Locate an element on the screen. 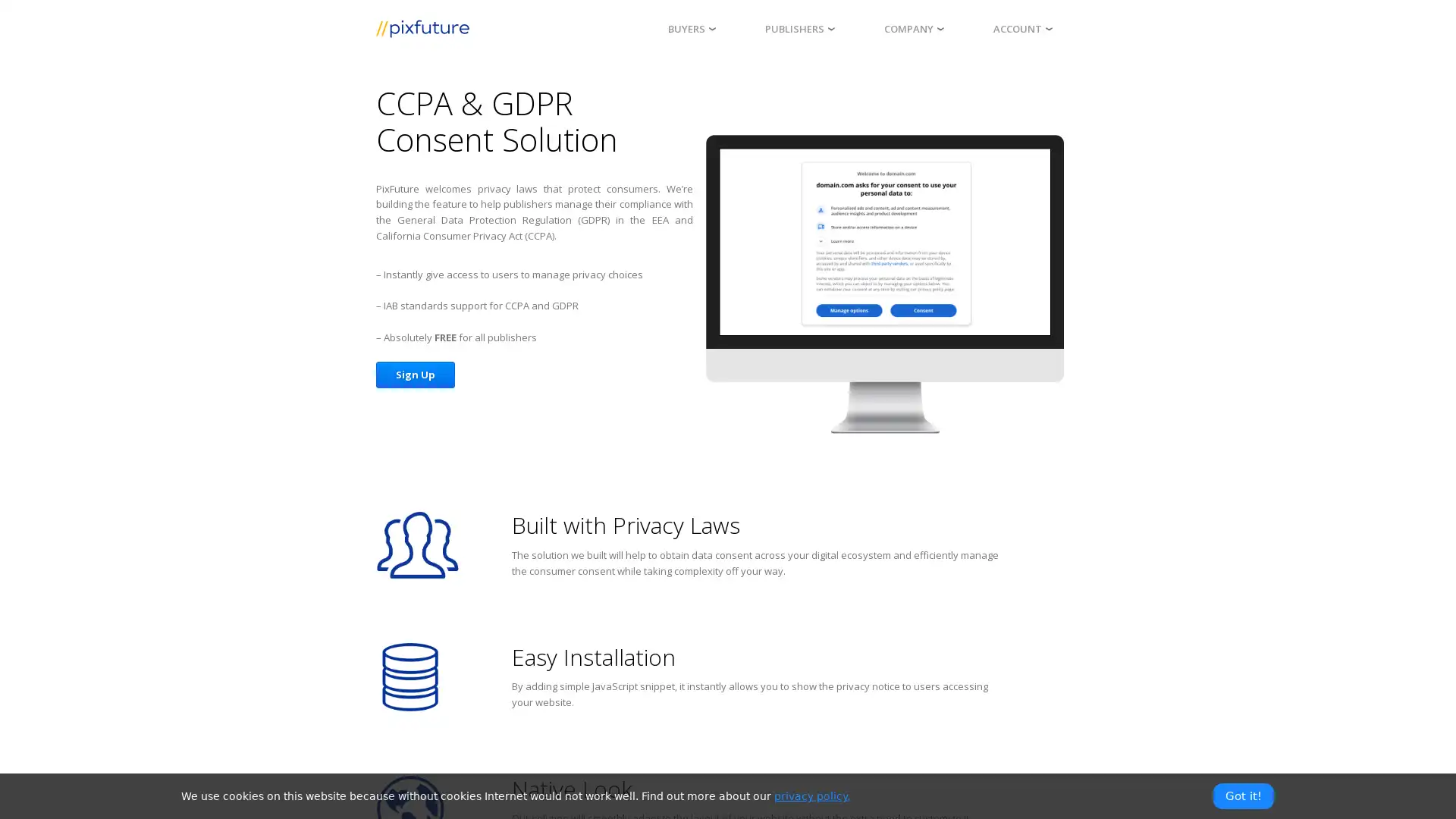 This screenshot has width=1456, height=819. Got it! is located at coordinates (1242, 795).